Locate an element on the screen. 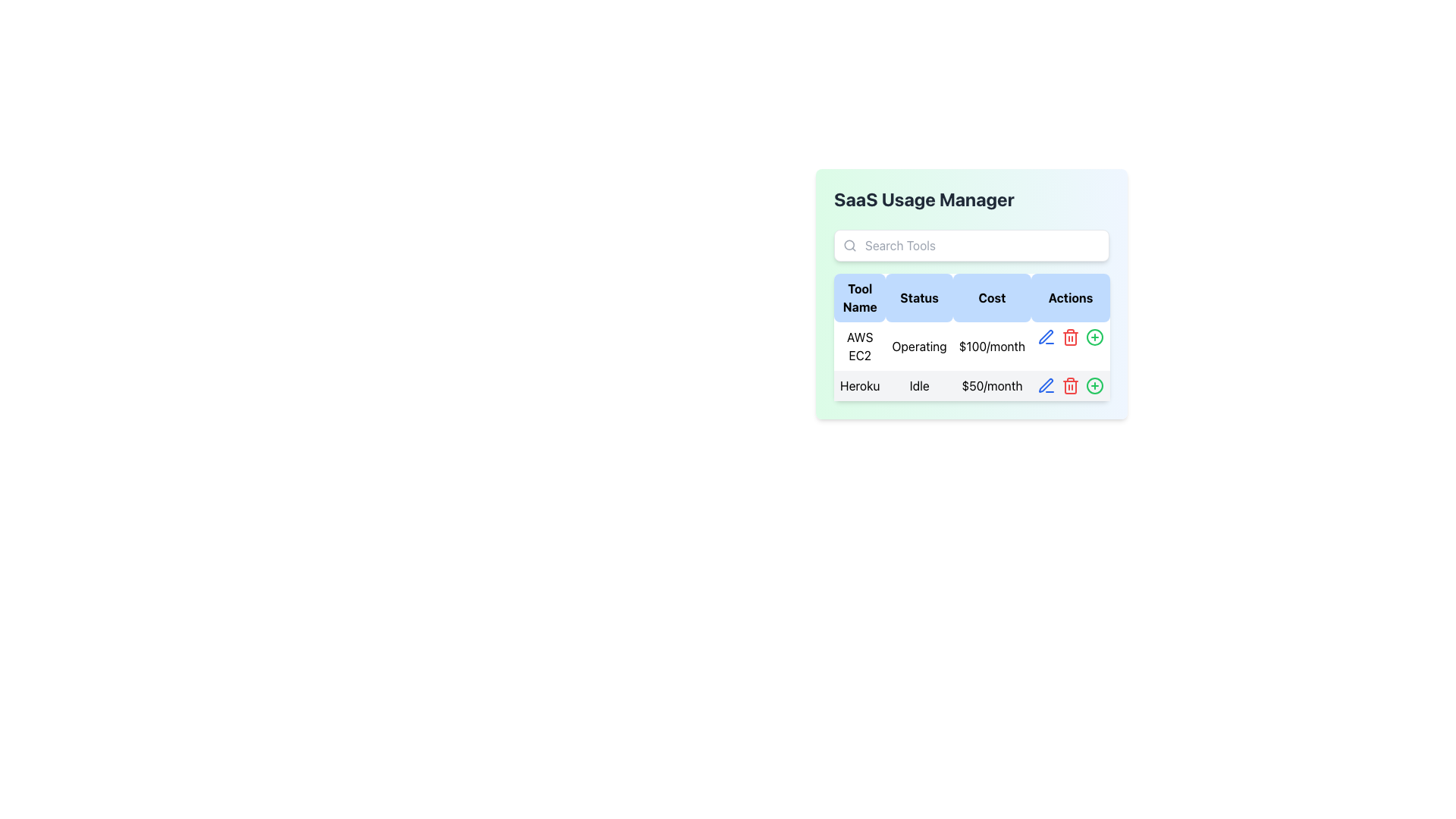  the cells of the Data Table that lists tools and their attributes, including headers like 'Tool Name', 'Status', 'Cost', and 'Actions' is located at coordinates (971, 336).